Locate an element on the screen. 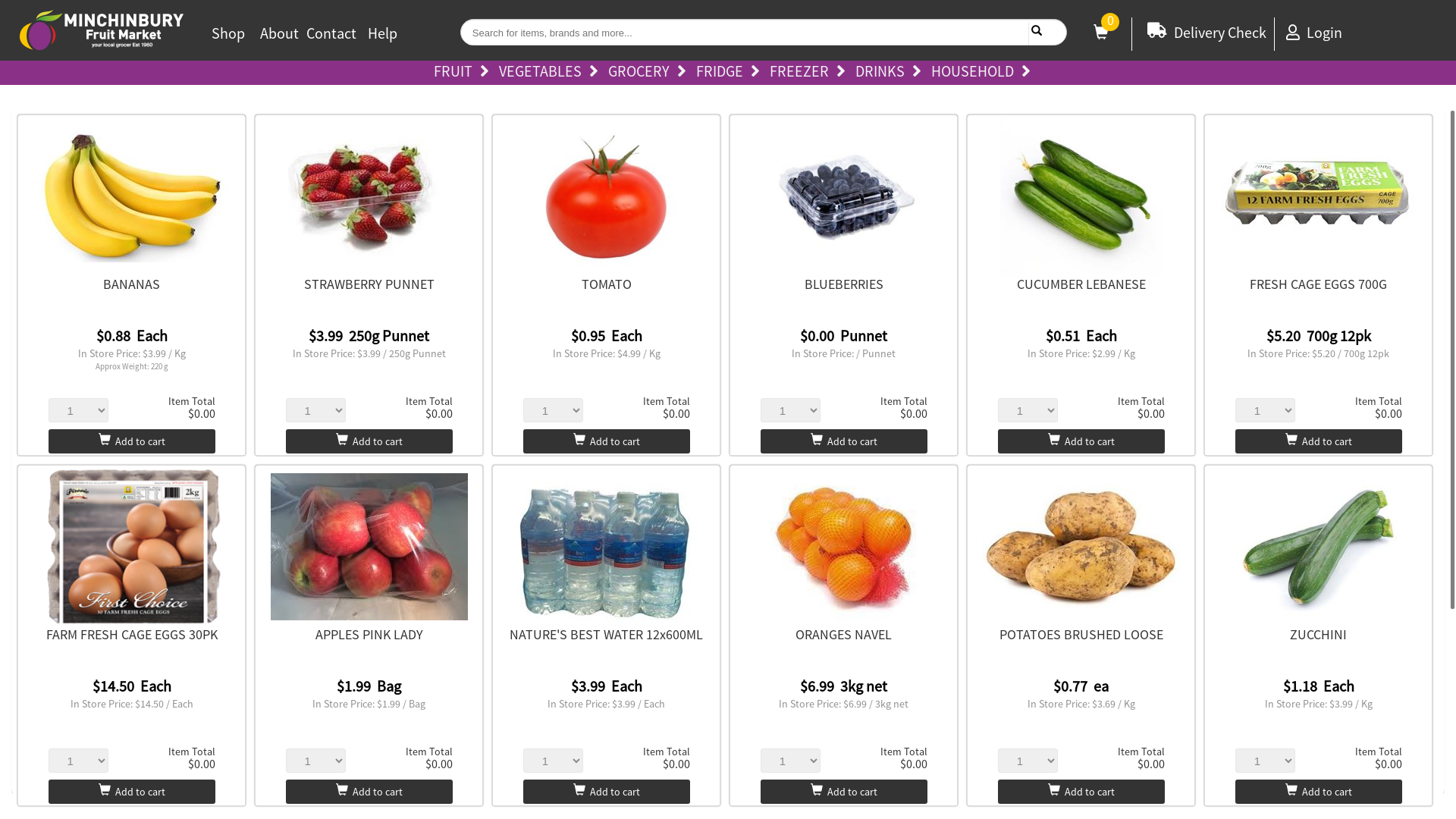 The image size is (1456, 819). 'Show details for BLUEBERRIES' is located at coordinates (843, 195).